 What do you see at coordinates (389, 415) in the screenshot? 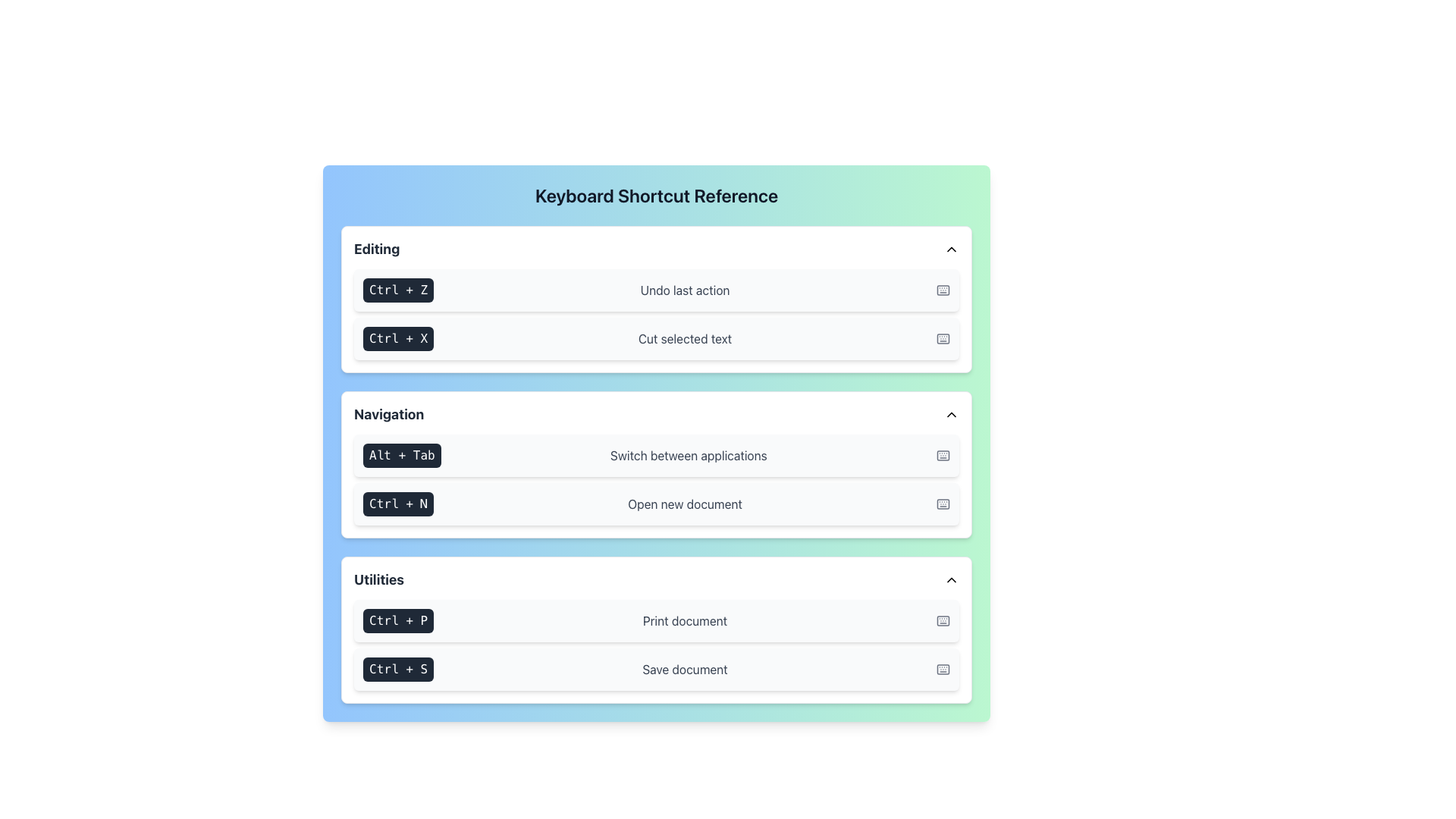
I see `the Text Label that serves as a section title for 'Navigation', located between 'Editing' and 'Utilities'` at bounding box center [389, 415].